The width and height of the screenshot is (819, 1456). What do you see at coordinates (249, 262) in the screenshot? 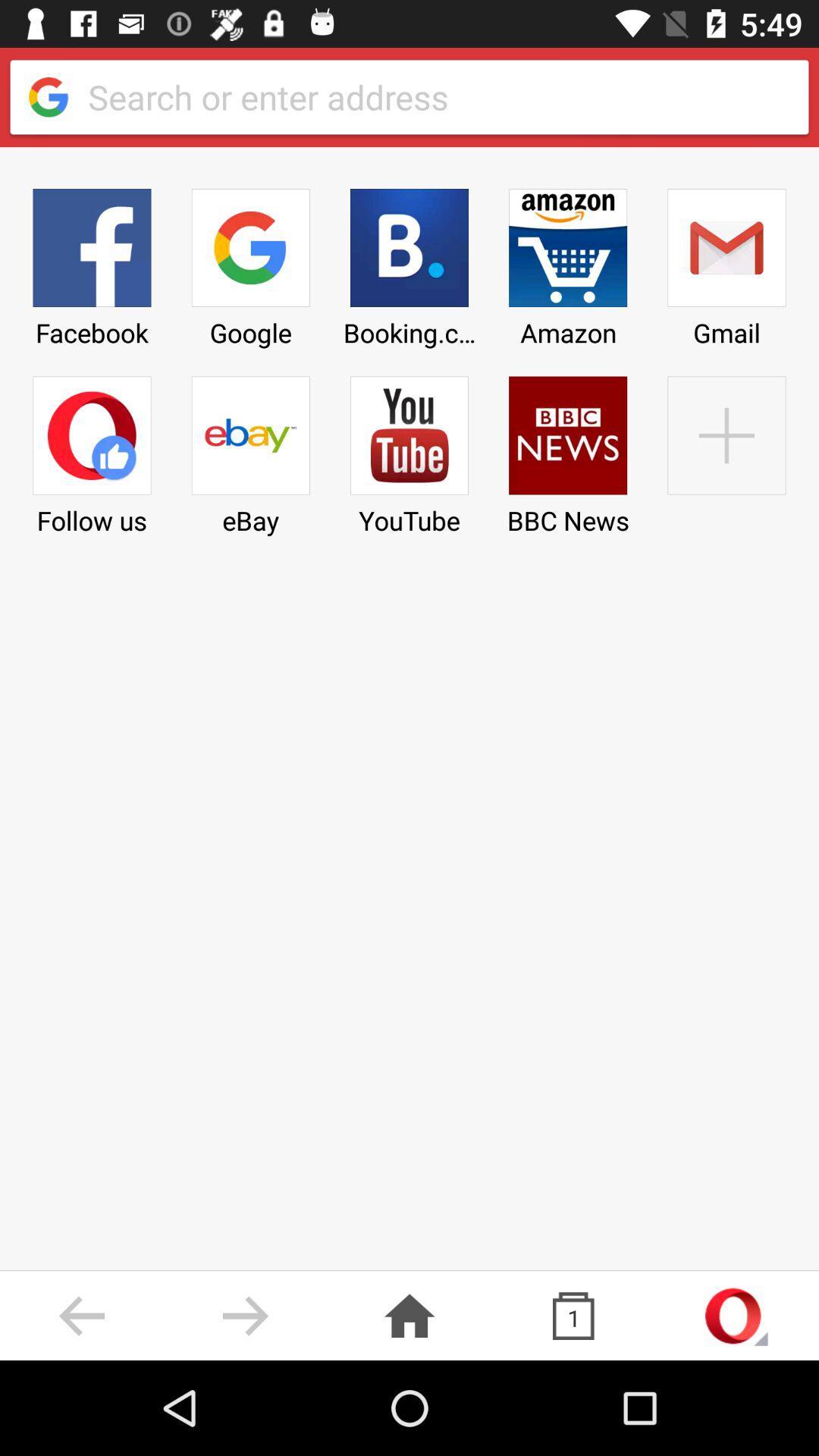
I see `the item above ebay icon` at bounding box center [249, 262].